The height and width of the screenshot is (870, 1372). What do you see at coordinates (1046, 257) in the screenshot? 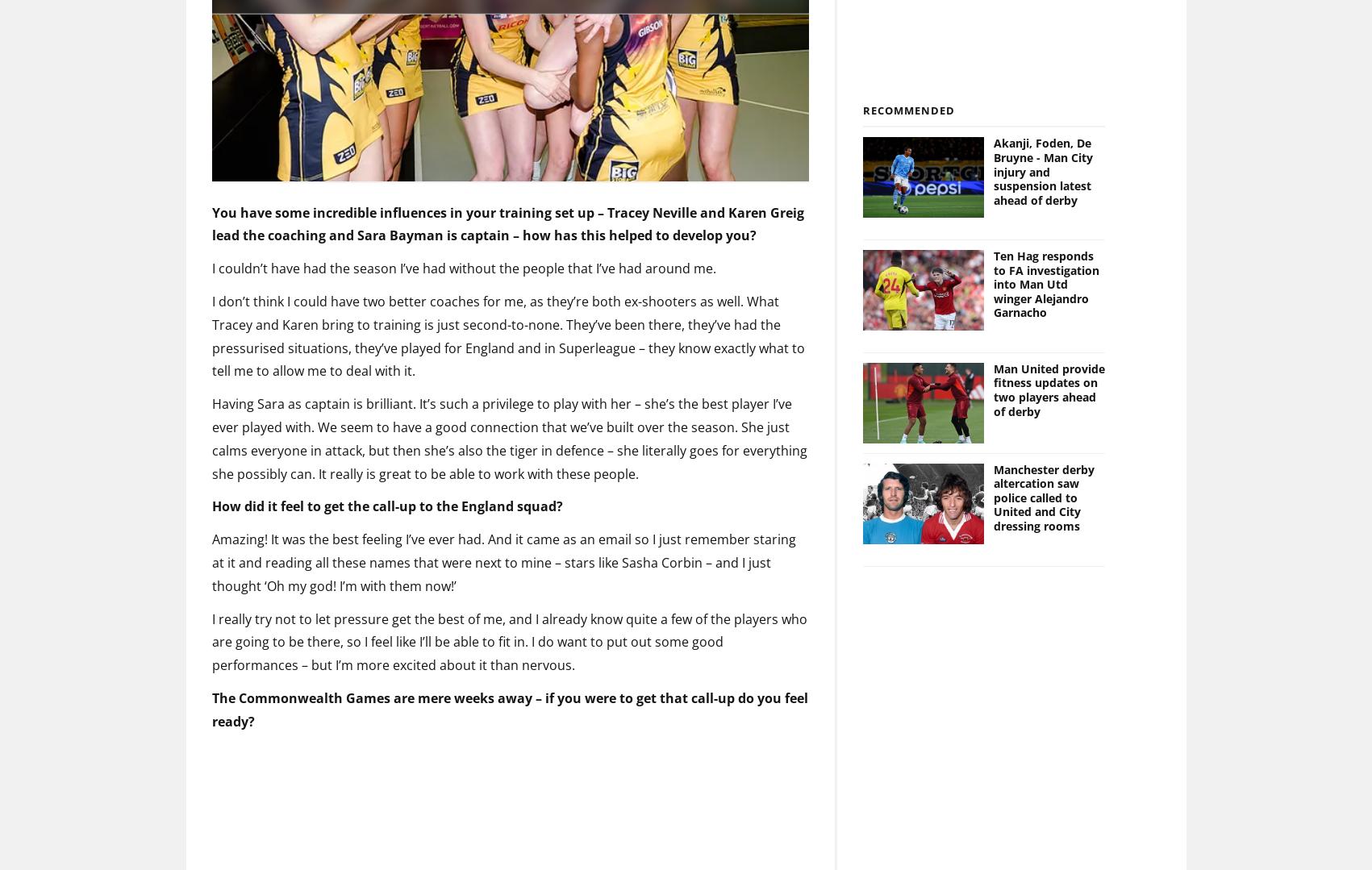
I see `'Ten Hag responds to FA investigation into Man Utd winger Alejandro Garnacho'` at bounding box center [1046, 257].